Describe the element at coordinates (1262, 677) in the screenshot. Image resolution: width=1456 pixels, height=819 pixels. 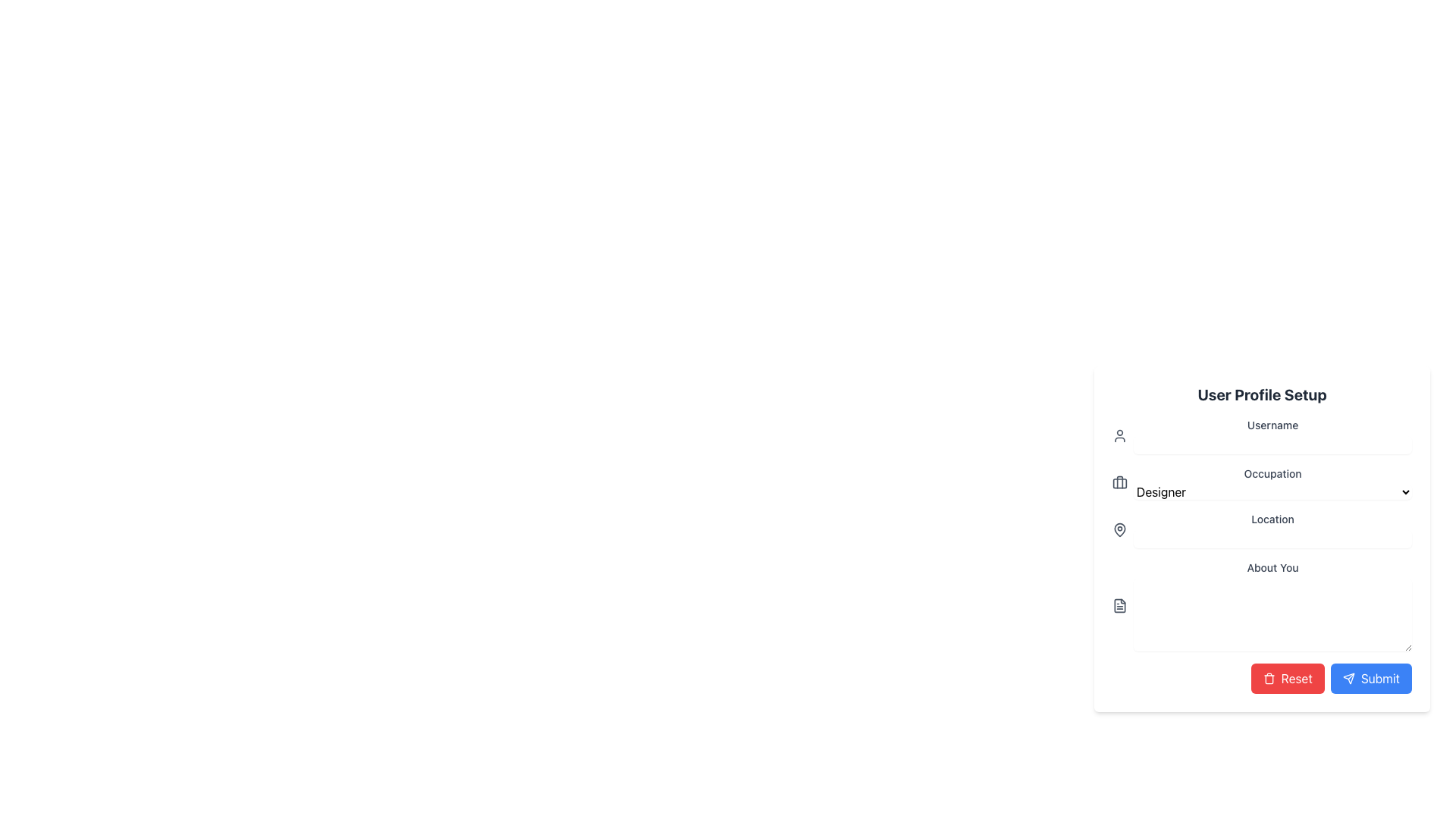
I see `the reset button located to the left of the blue 'Submit' button in the footer section of the form, which resets all form inputs to their defaults` at that location.